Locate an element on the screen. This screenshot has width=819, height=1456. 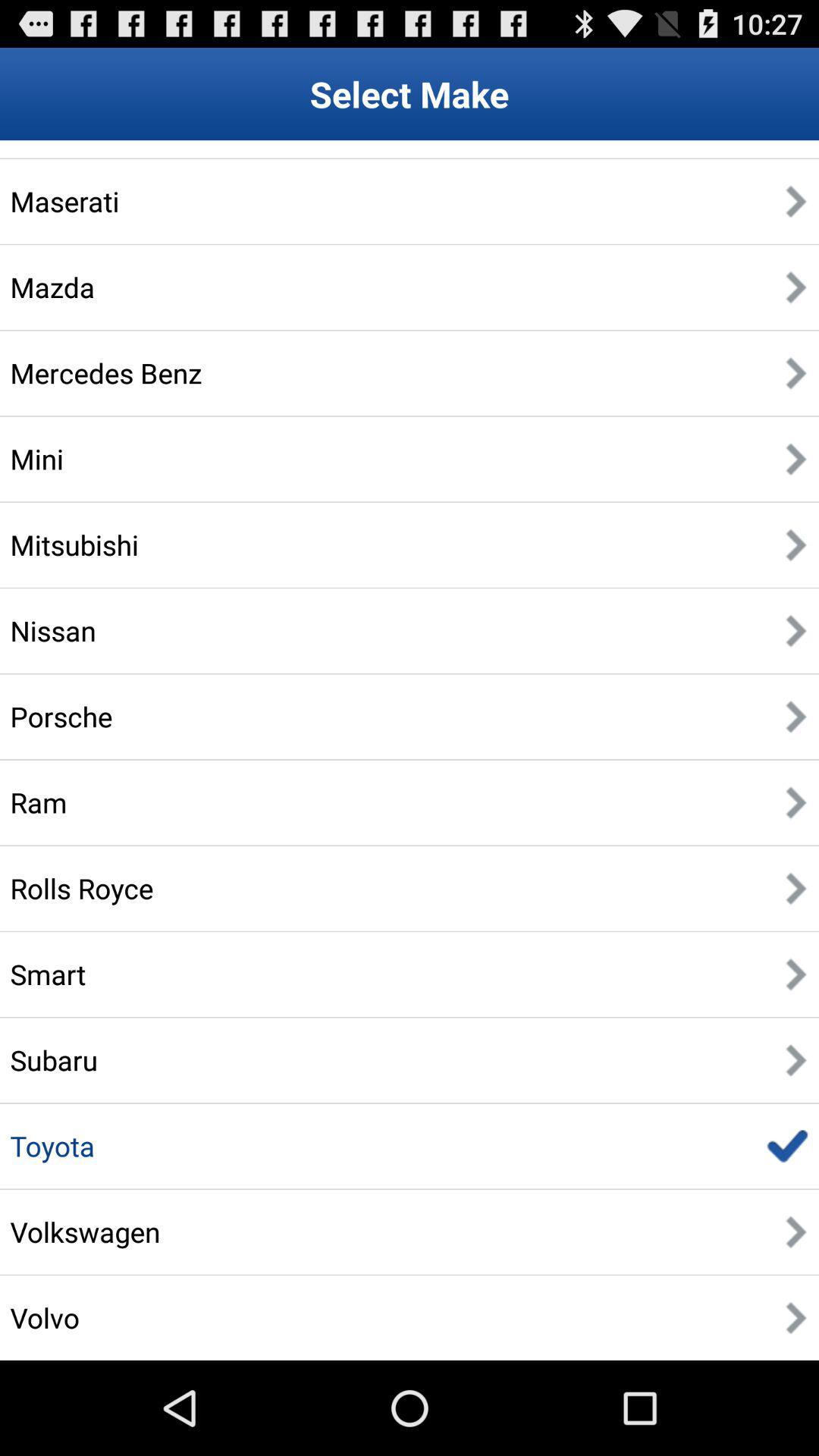
icon above the mazda is located at coordinates (64, 200).